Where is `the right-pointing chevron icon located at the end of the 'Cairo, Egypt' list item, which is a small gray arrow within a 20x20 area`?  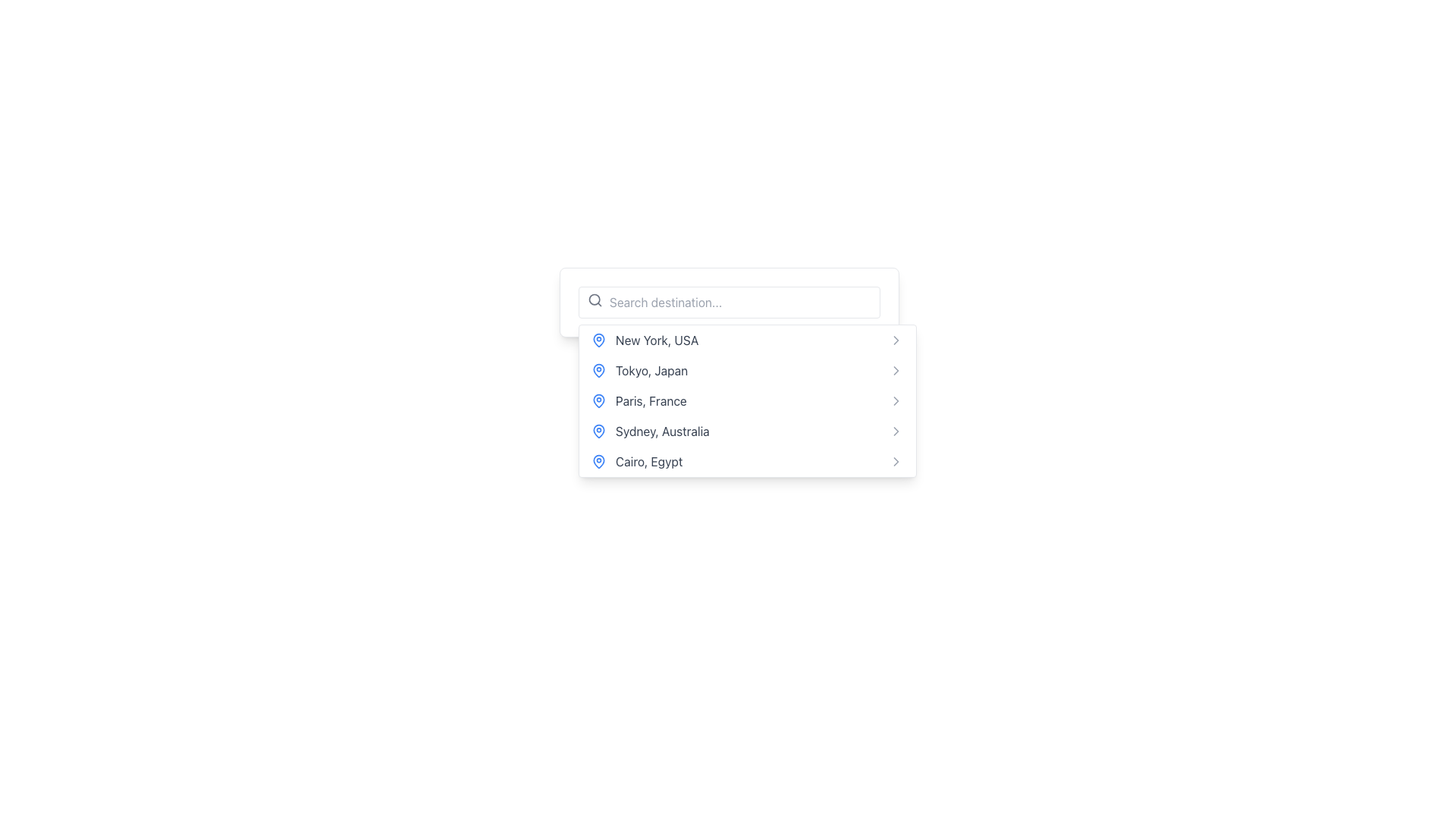 the right-pointing chevron icon located at the end of the 'Cairo, Egypt' list item, which is a small gray arrow within a 20x20 area is located at coordinates (896, 461).